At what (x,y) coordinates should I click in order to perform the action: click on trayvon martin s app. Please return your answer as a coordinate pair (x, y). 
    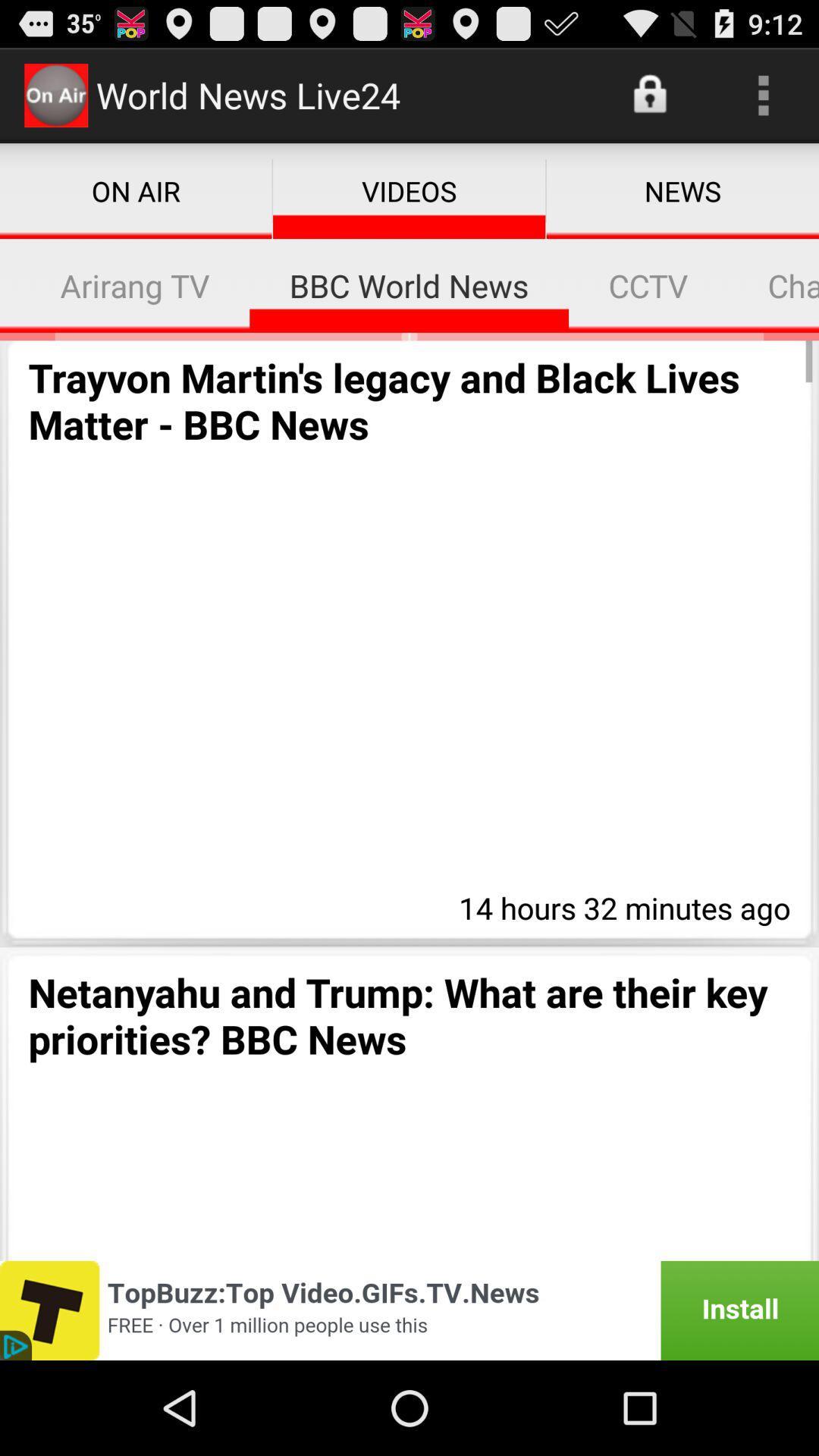
    Looking at the image, I should click on (409, 400).